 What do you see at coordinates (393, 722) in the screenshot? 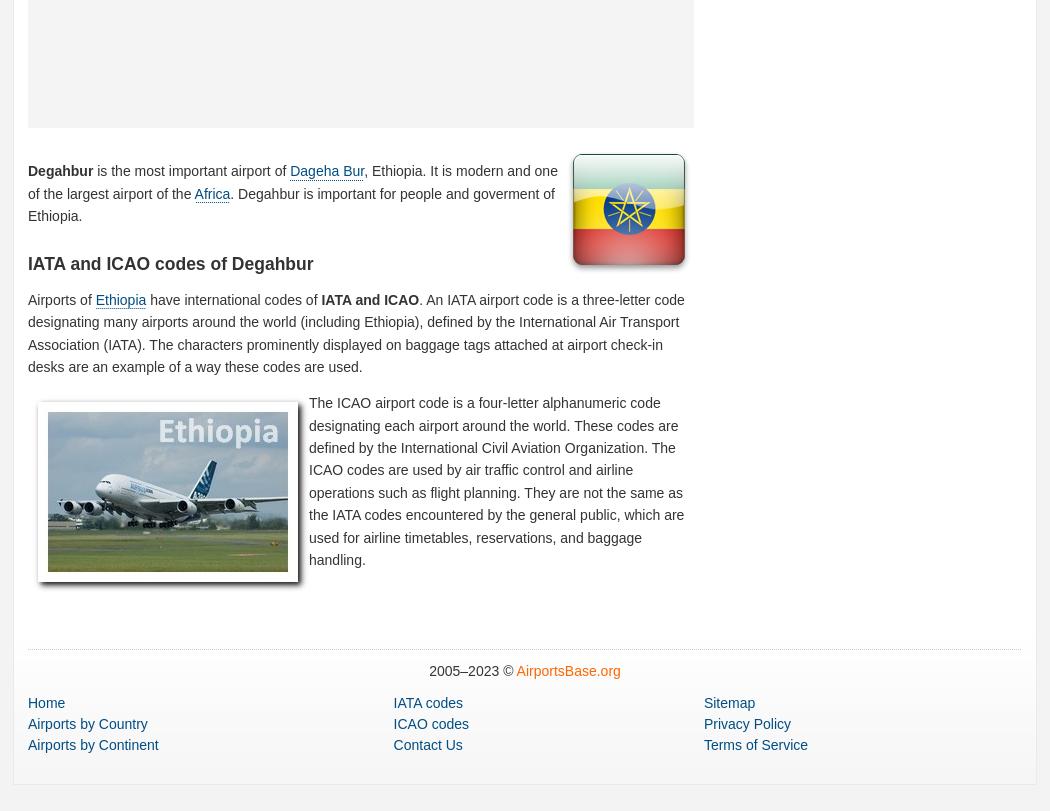
I see `'ICAO codes'` at bounding box center [393, 722].